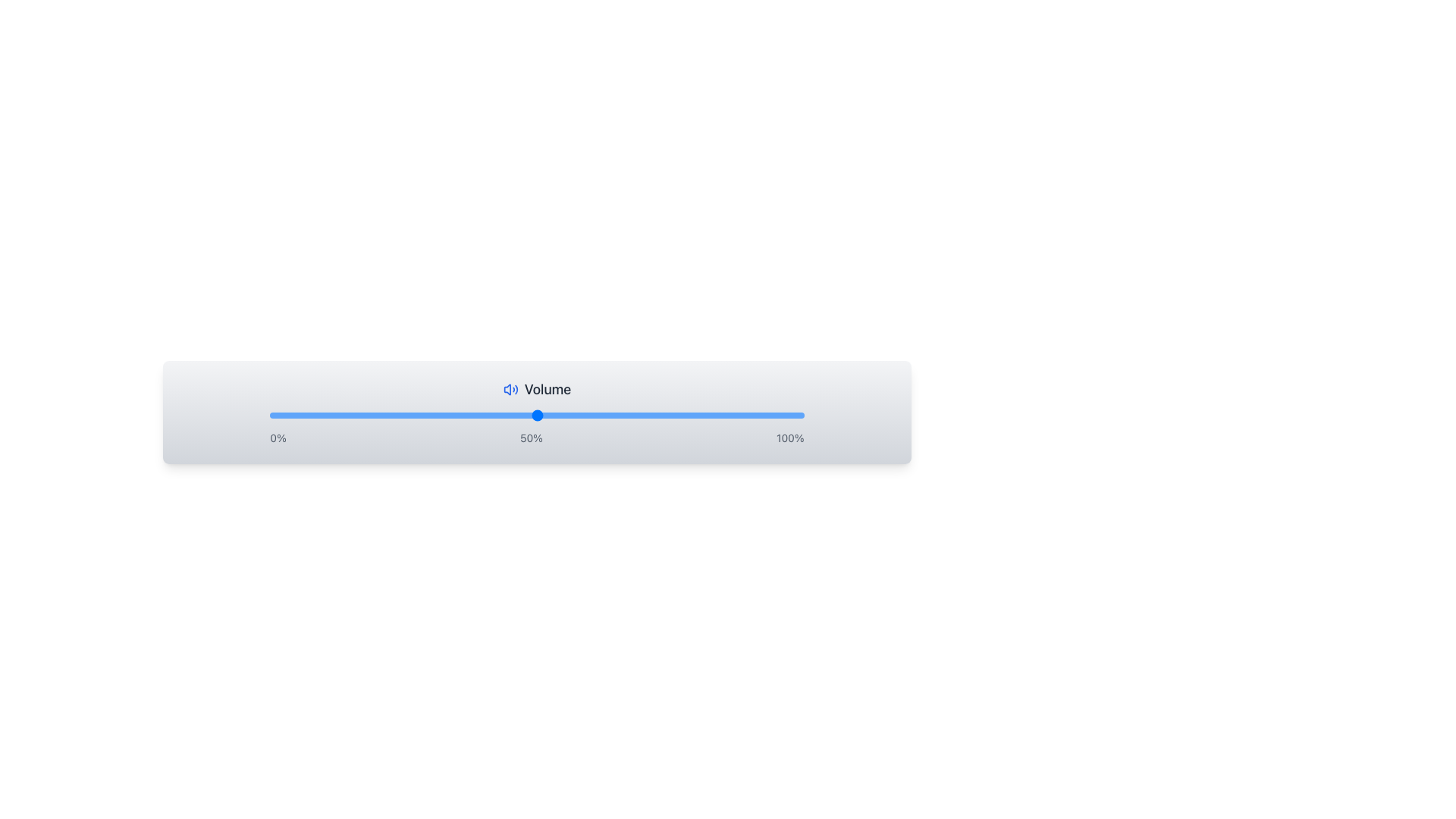  I want to click on the volume, so click(622, 415).